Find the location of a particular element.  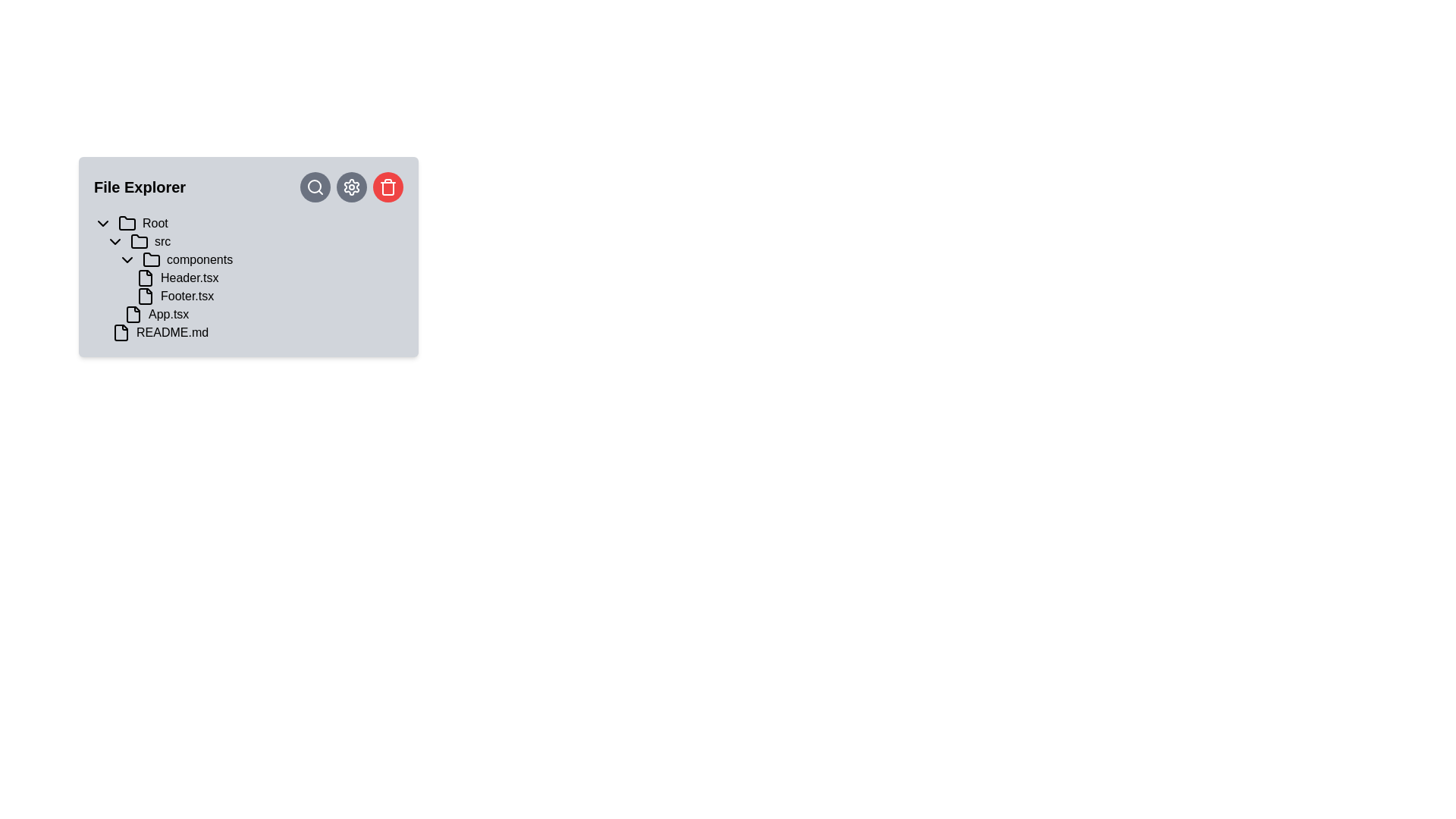

the file document icon representing 'Header.tsx' located within the 'components' folder in the file explorer interface is located at coordinates (146, 278).